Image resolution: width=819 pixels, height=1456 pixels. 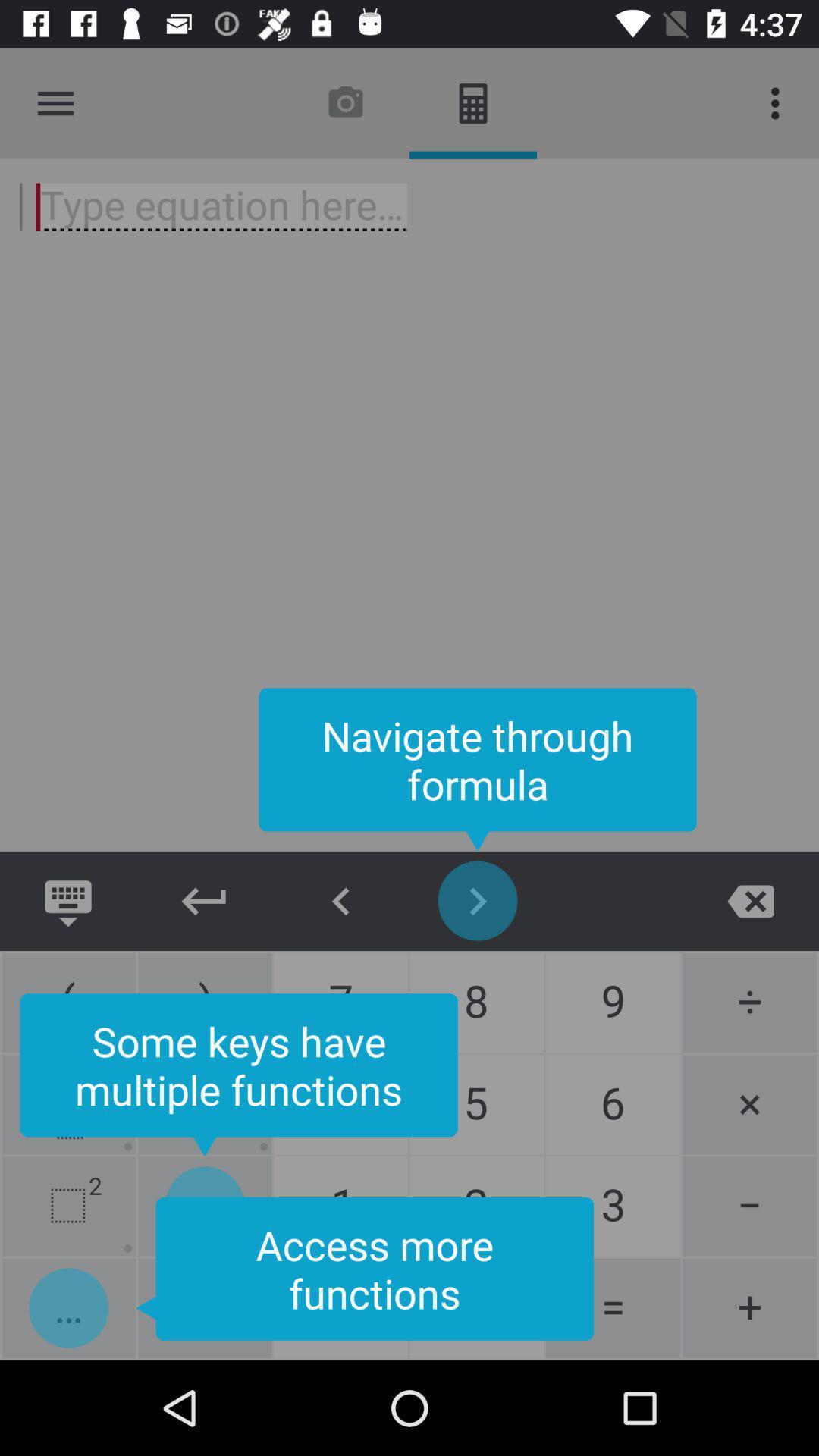 I want to click on the arrow_backward icon, so click(x=341, y=901).